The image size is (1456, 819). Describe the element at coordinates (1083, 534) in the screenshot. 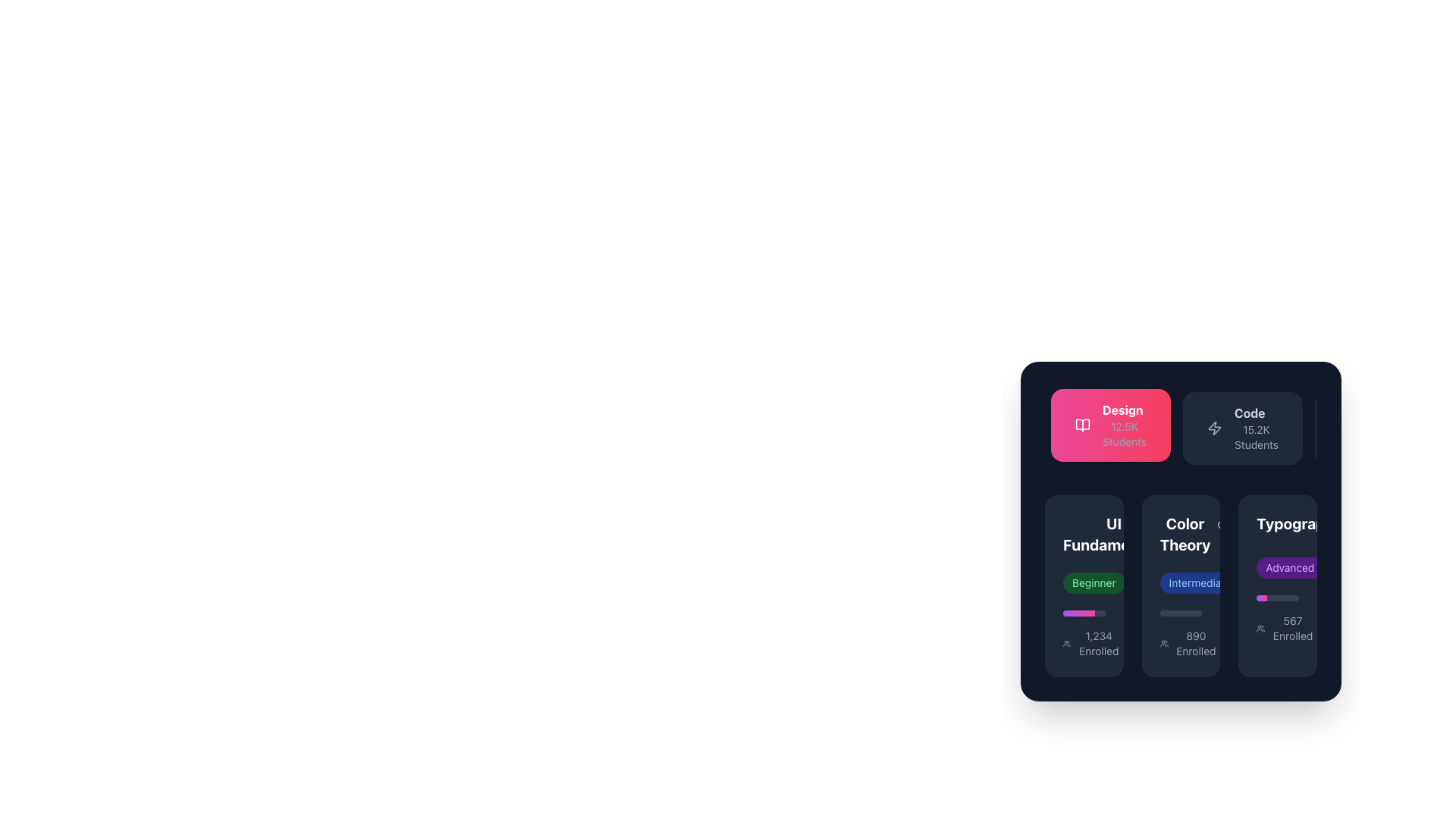

I see `the text label identifying the course titled 'UI Fundamentals' located within the second card of the course details` at that location.